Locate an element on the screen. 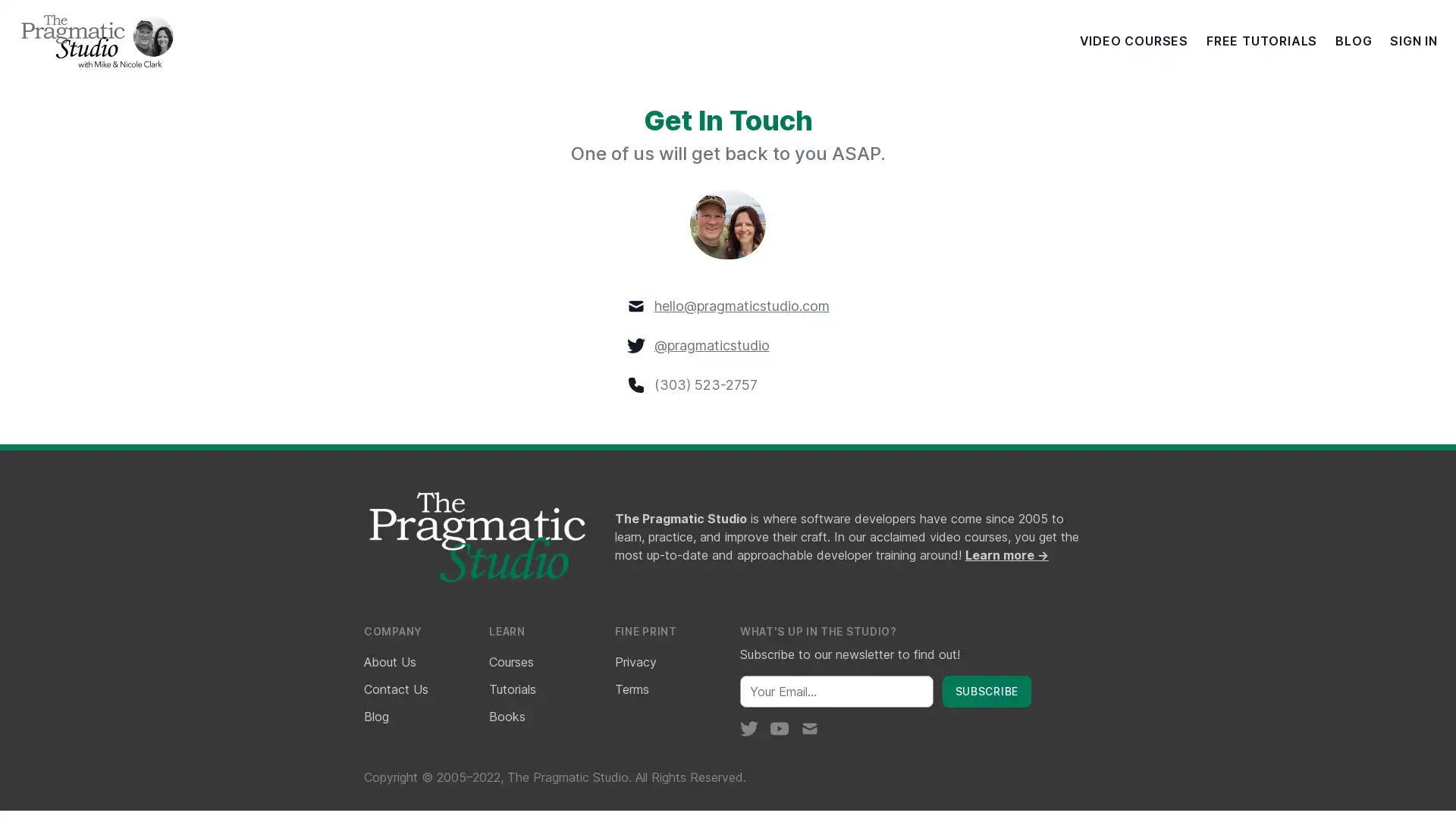  SUBSCRIBE is located at coordinates (986, 690).